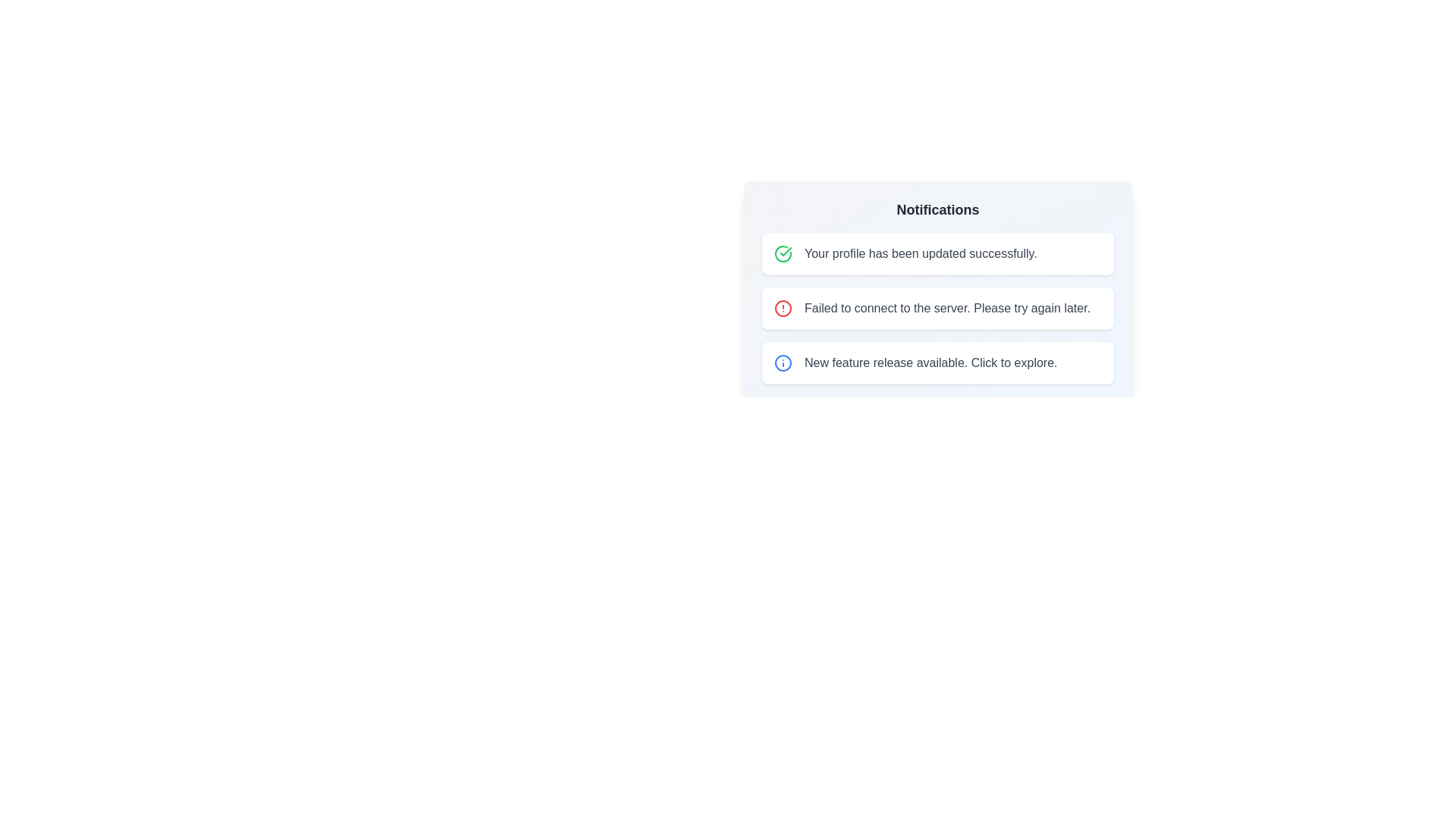 This screenshot has height=819, width=1456. Describe the element at coordinates (783, 362) in the screenshot. I see `the circular component of the 'Notification' icon located within the third notification message in the vertical list on the right side of the interface` at that location.